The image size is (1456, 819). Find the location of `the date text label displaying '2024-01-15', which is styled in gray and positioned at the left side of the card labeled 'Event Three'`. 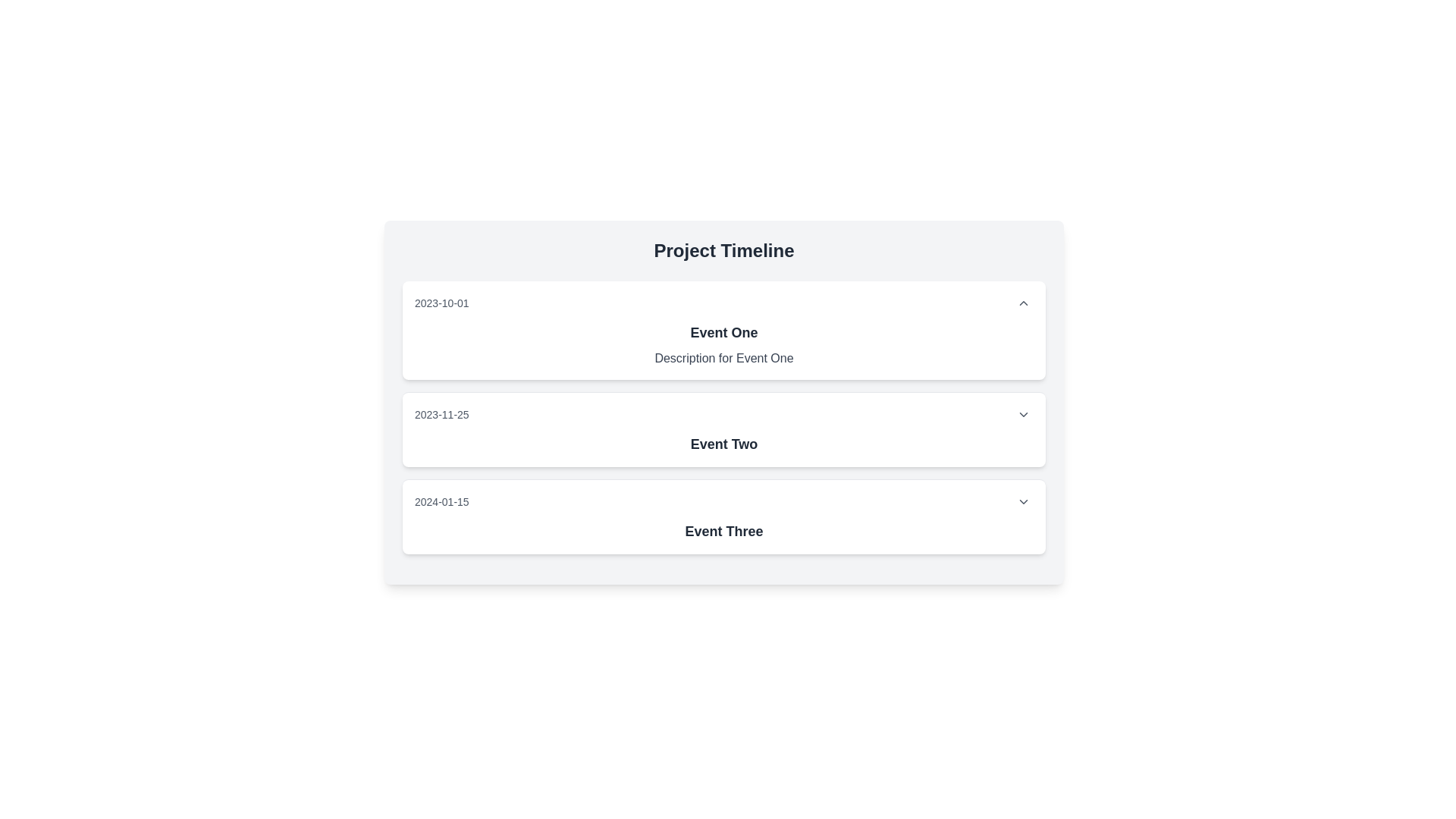

the date text label displaying '2024-01-15', which is styled in gray and positioned at the left side of the card labeled 'Event Three' is located at coordinates (441, 502).